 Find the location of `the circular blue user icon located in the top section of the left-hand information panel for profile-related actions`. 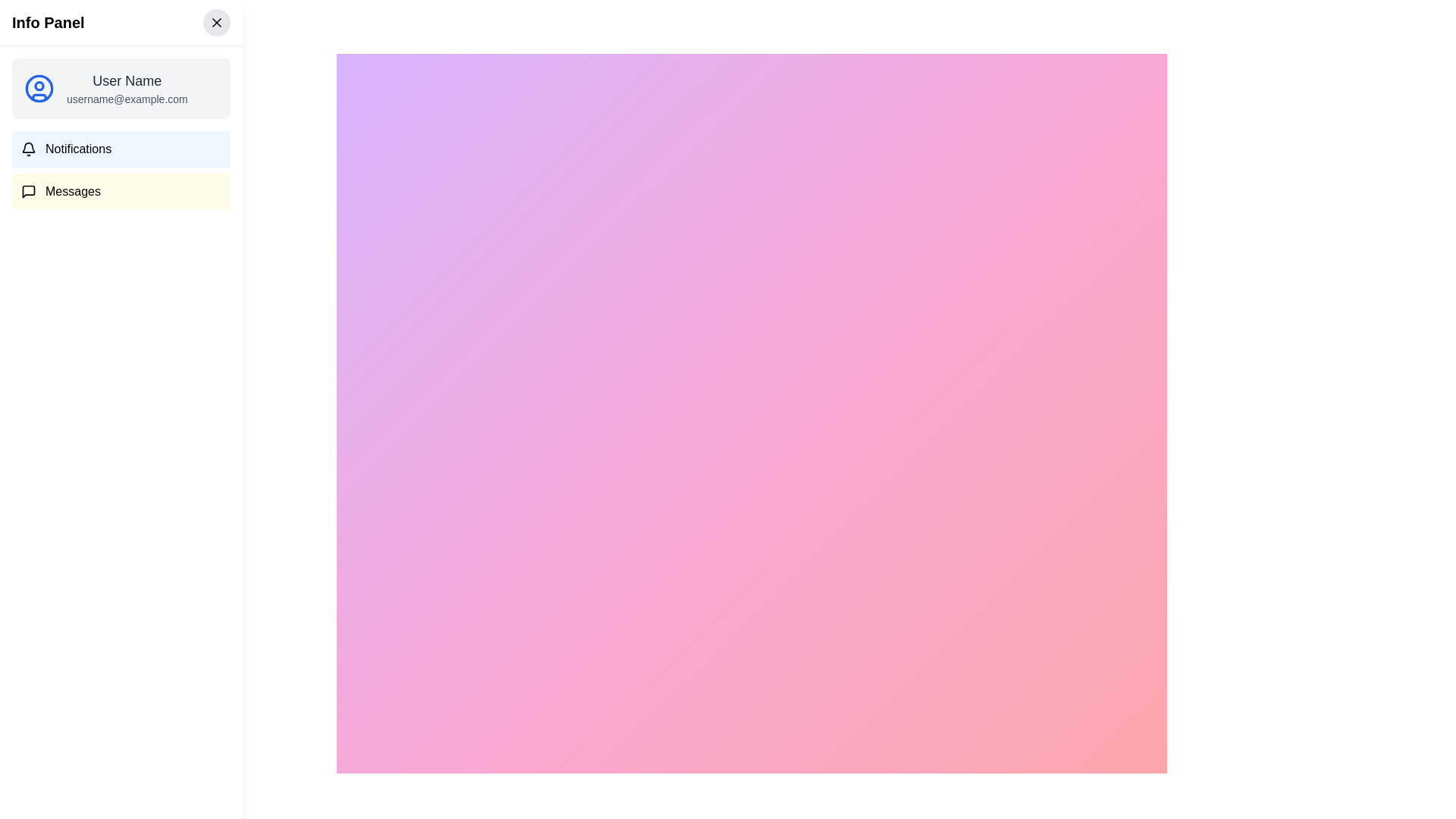

the circular blue user icon located in the top section of the left-hand information panel for profile-related actions is located at coordinates (39, 88).